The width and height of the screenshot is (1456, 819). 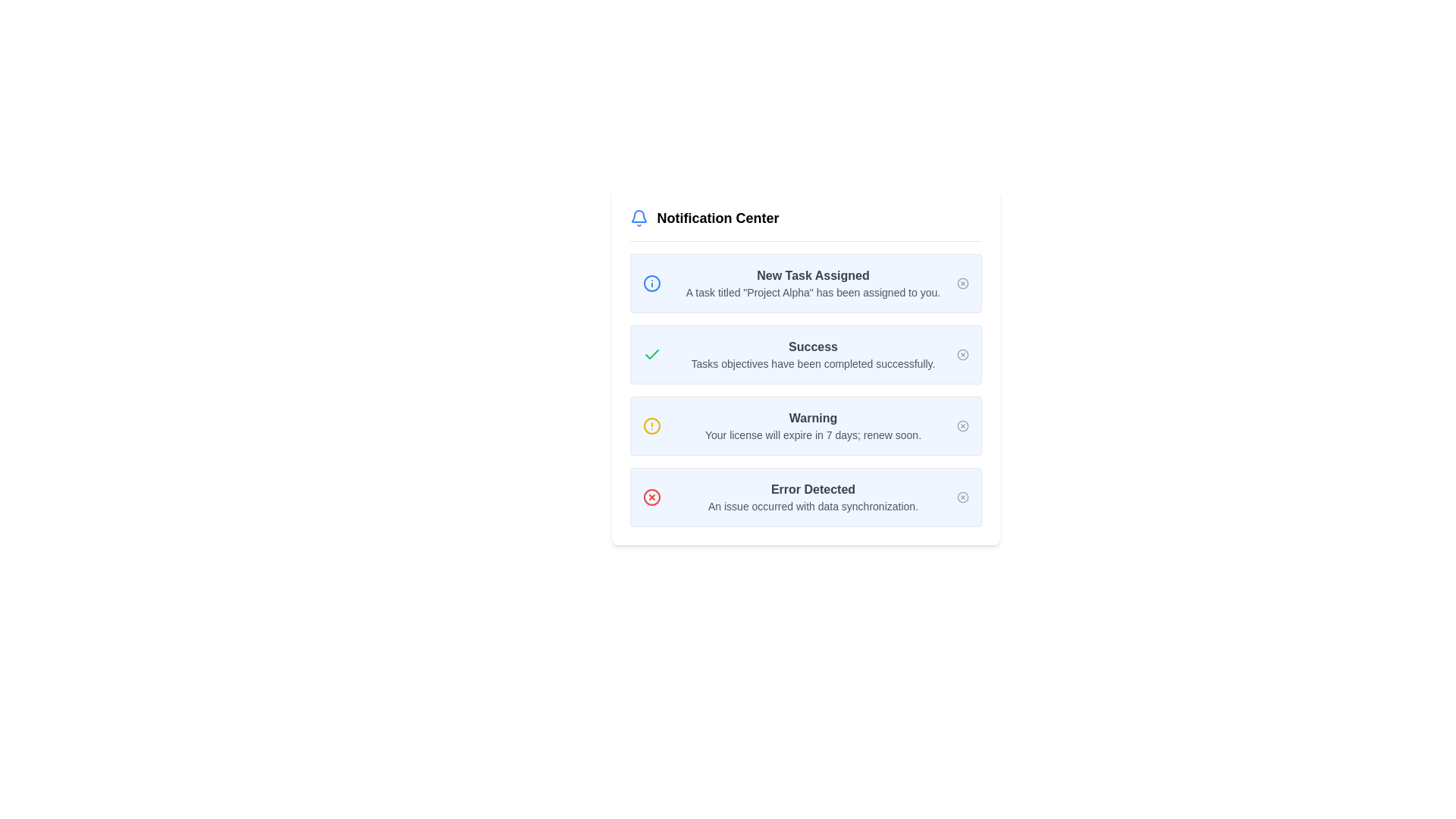 I want to click on the close button located at the top-right corner of the 'New Task Assigned' notification card to change its color, so click(x=962, y=284).